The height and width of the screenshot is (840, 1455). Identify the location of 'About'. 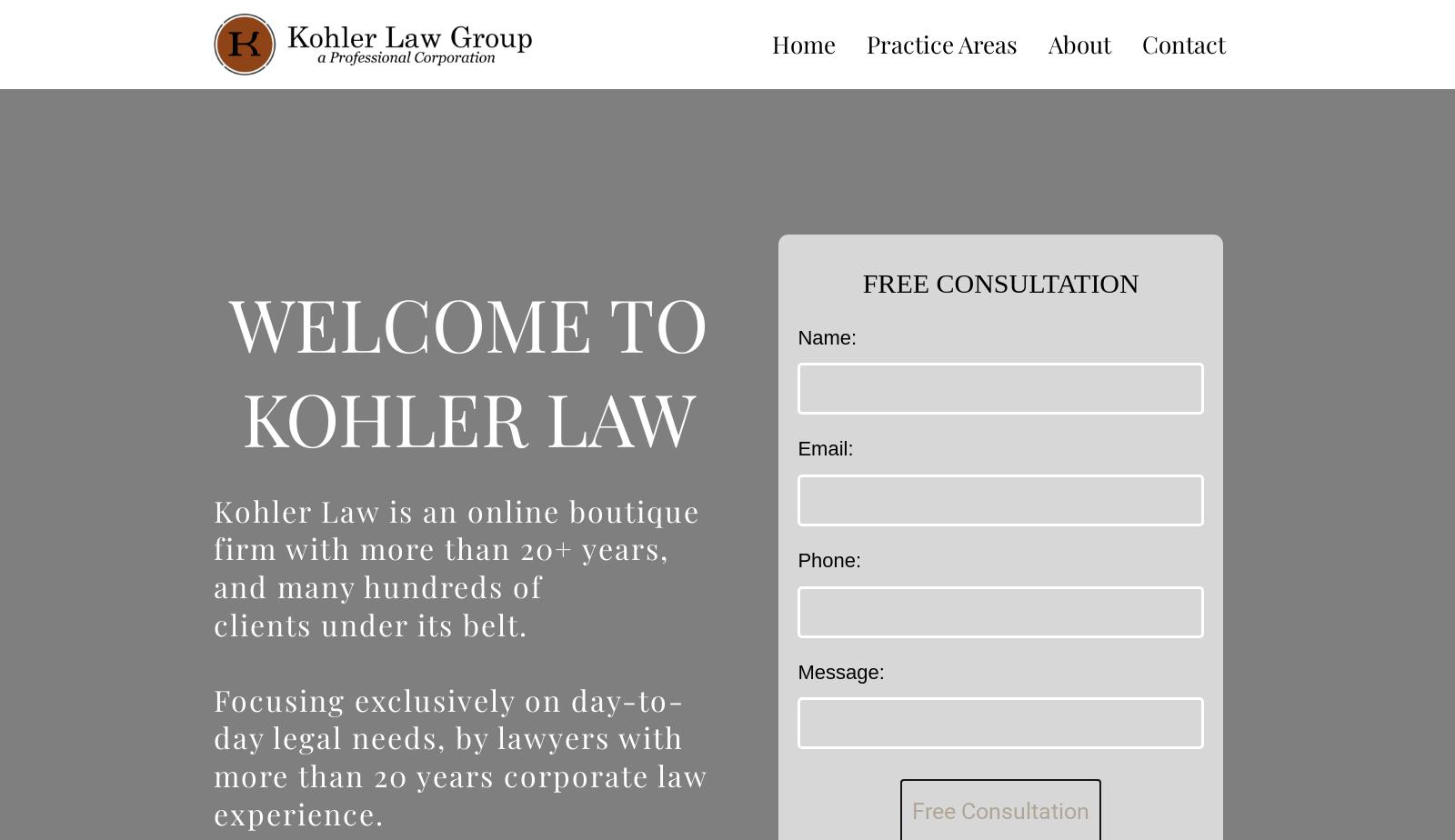
(1079, 43).